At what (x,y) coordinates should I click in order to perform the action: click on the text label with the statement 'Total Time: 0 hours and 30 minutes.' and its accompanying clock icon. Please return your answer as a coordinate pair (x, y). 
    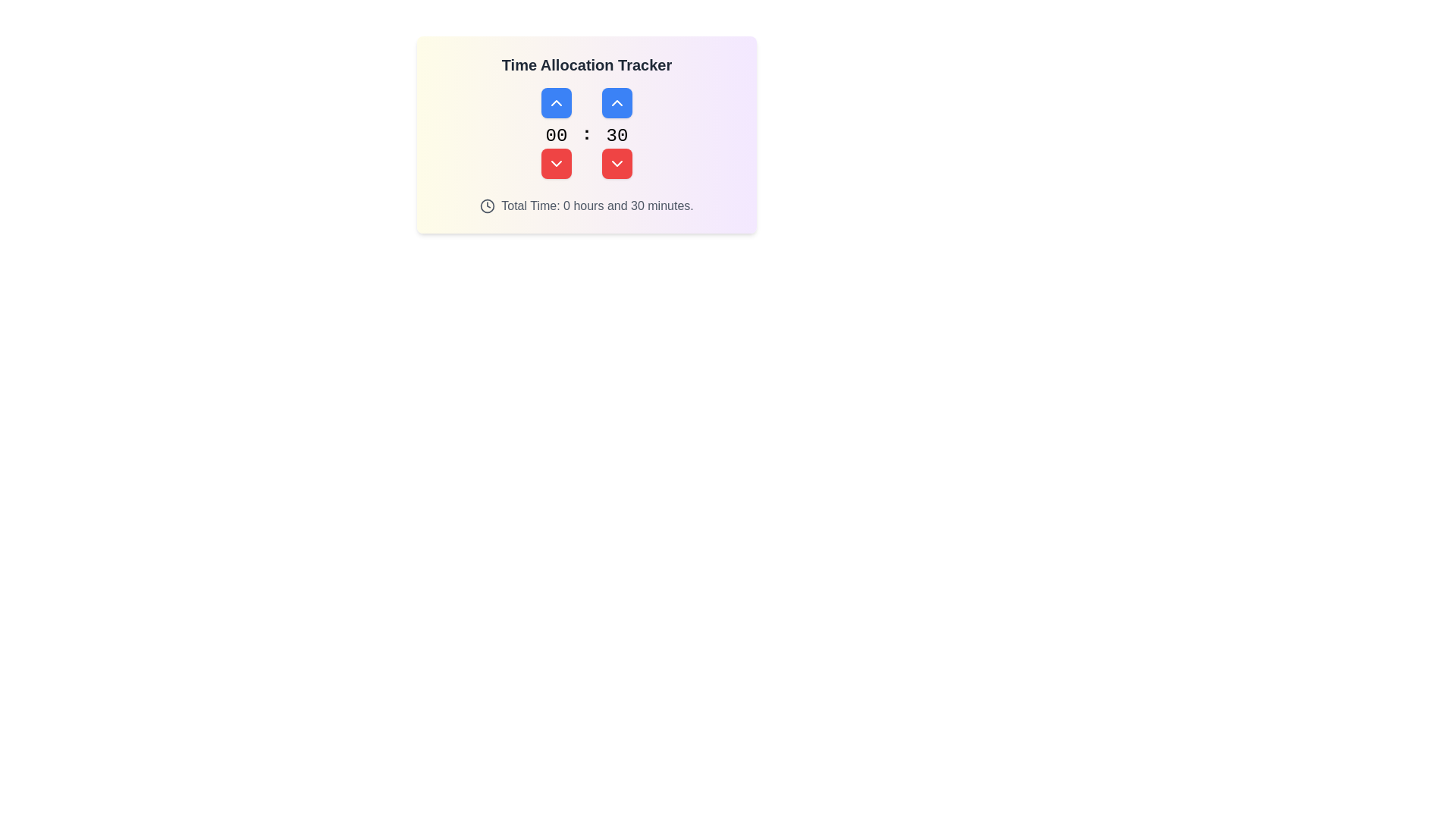
    Looking at the image, I should click on (585, 206).